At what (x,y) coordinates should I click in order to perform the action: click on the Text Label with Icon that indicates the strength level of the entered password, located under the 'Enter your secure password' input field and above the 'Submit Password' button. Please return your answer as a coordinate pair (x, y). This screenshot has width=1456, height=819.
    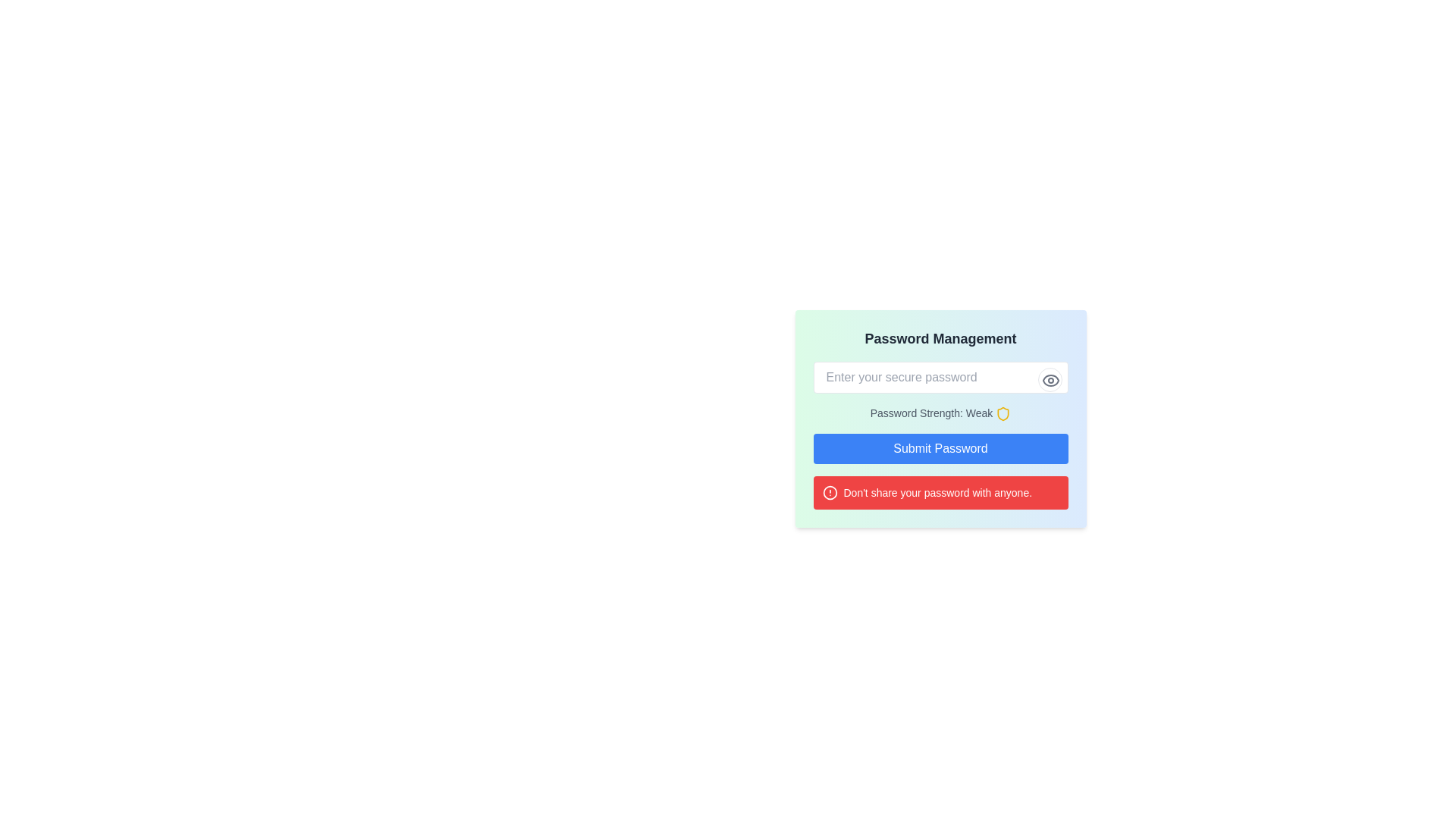
    Looking at the image, I should click on (940, 413).